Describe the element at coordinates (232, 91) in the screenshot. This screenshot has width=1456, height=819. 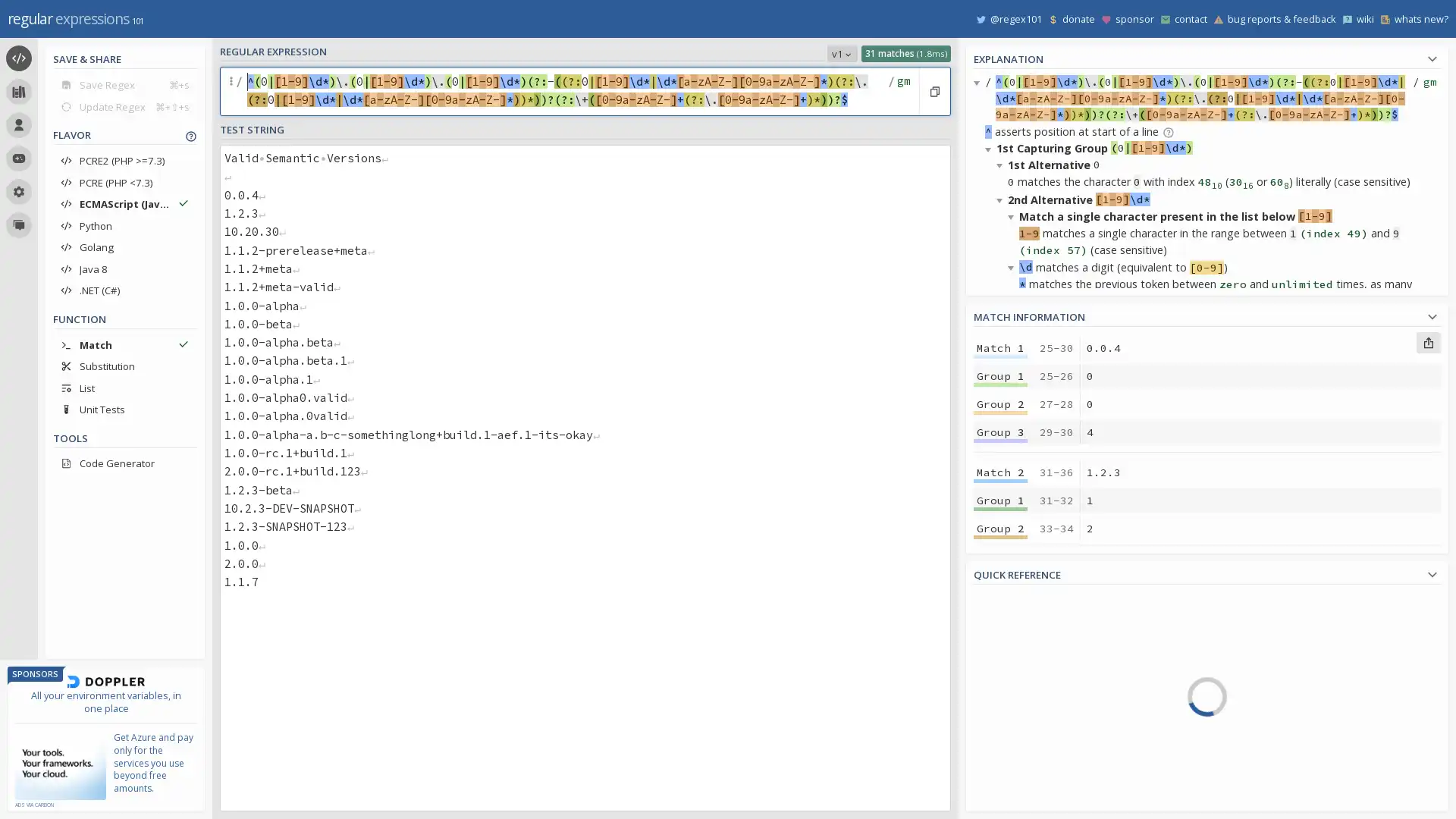
I see `Change delimiter` at that location.